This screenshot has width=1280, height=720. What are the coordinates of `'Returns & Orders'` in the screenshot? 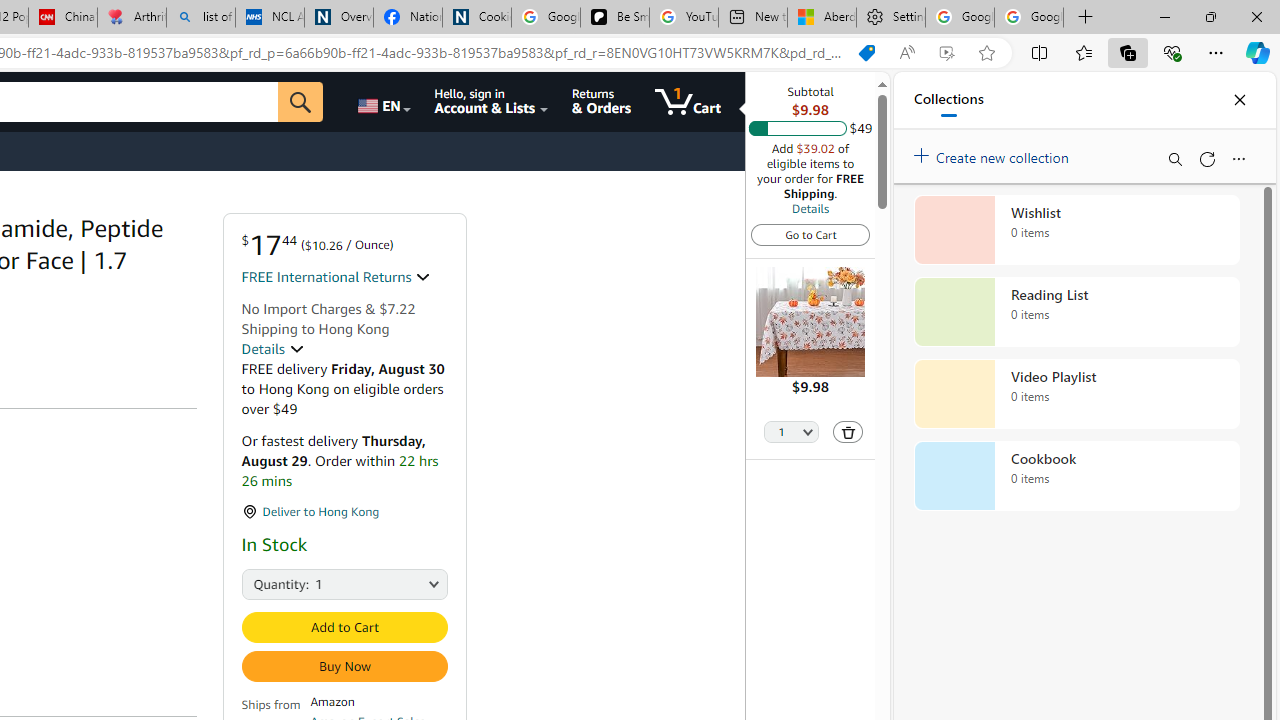 It's located at (600, 101).